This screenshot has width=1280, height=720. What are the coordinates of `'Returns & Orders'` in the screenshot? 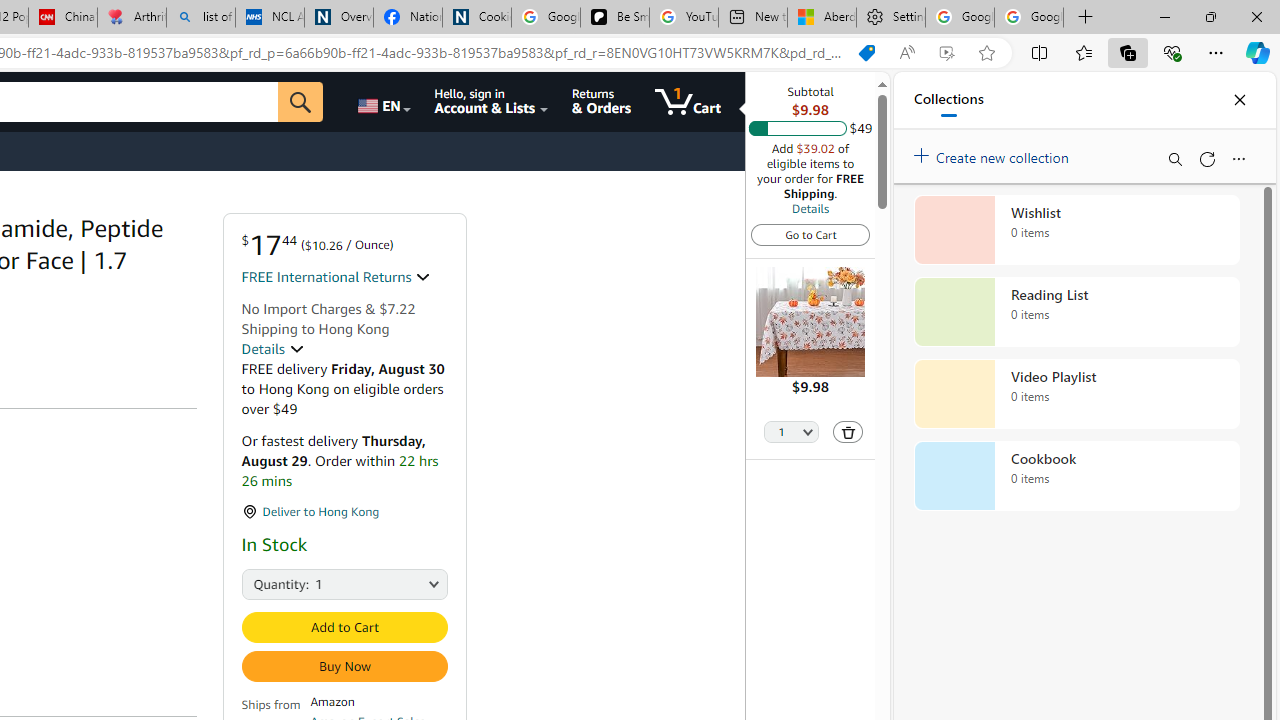 It's located at (600, 101).